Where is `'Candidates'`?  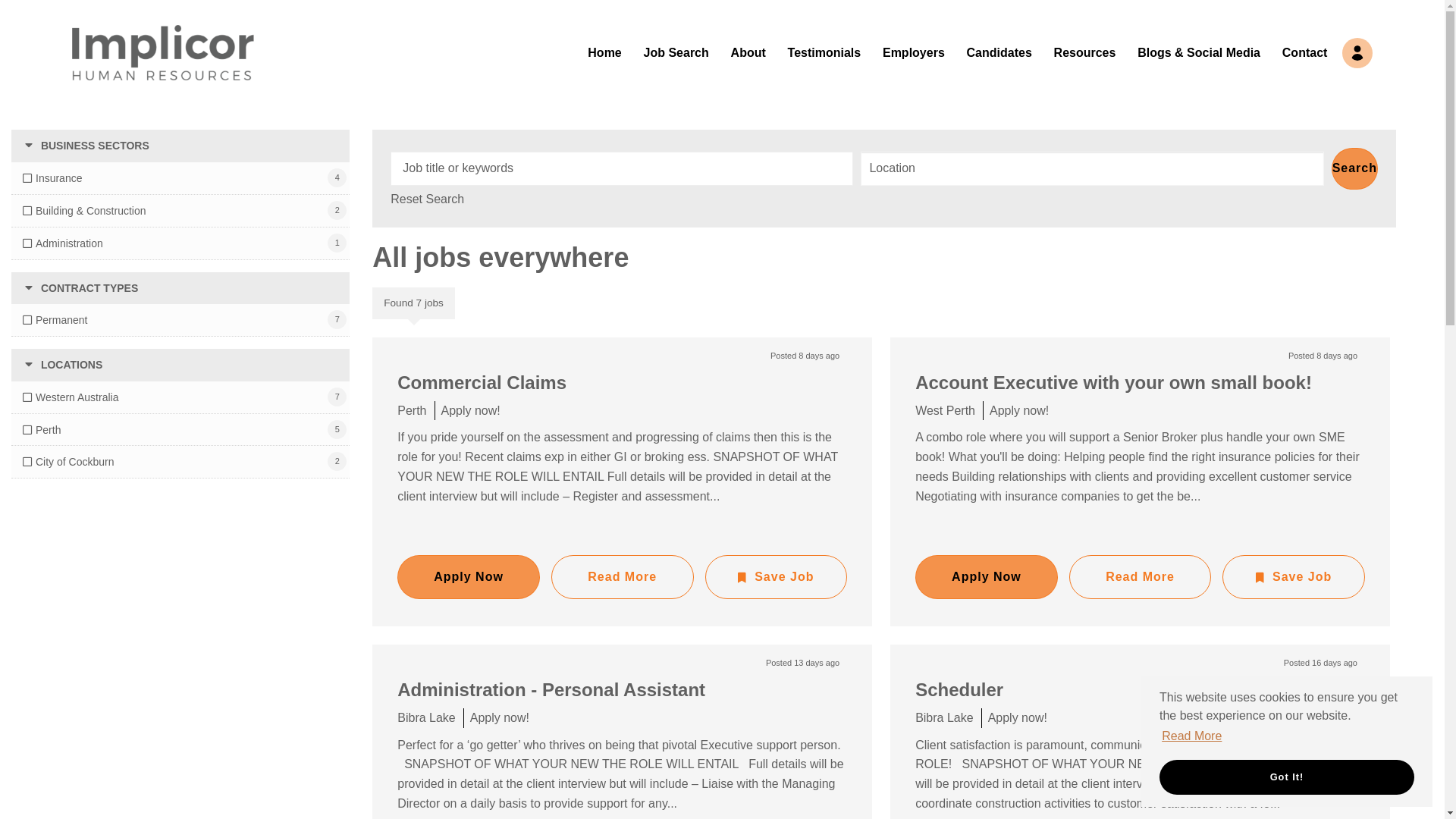 'Candidates' is located at coordinates (999, 52).